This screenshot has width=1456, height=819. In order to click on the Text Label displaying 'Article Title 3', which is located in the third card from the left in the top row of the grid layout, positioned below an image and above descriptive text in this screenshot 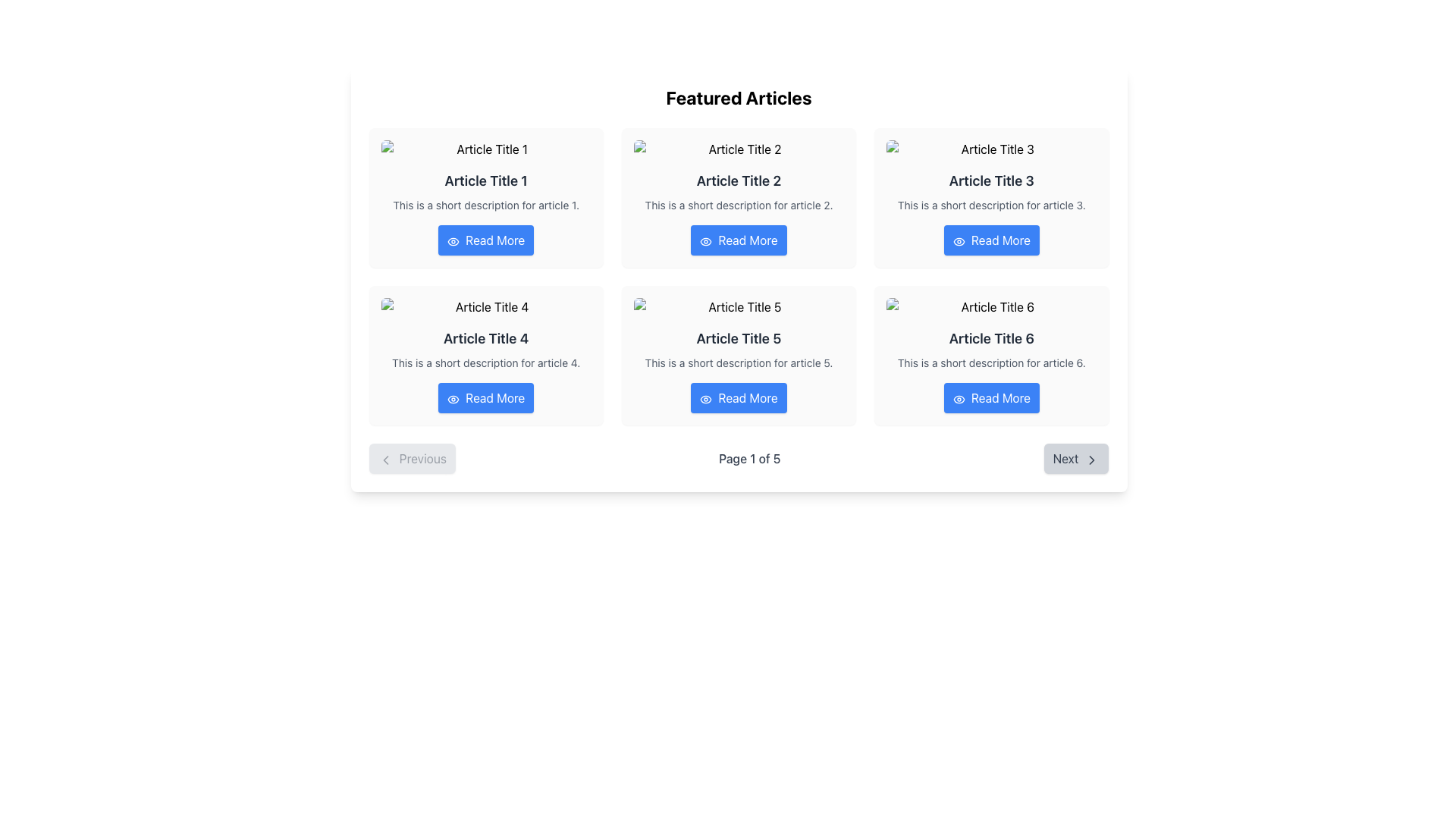, I will do `click(991, 180)`.